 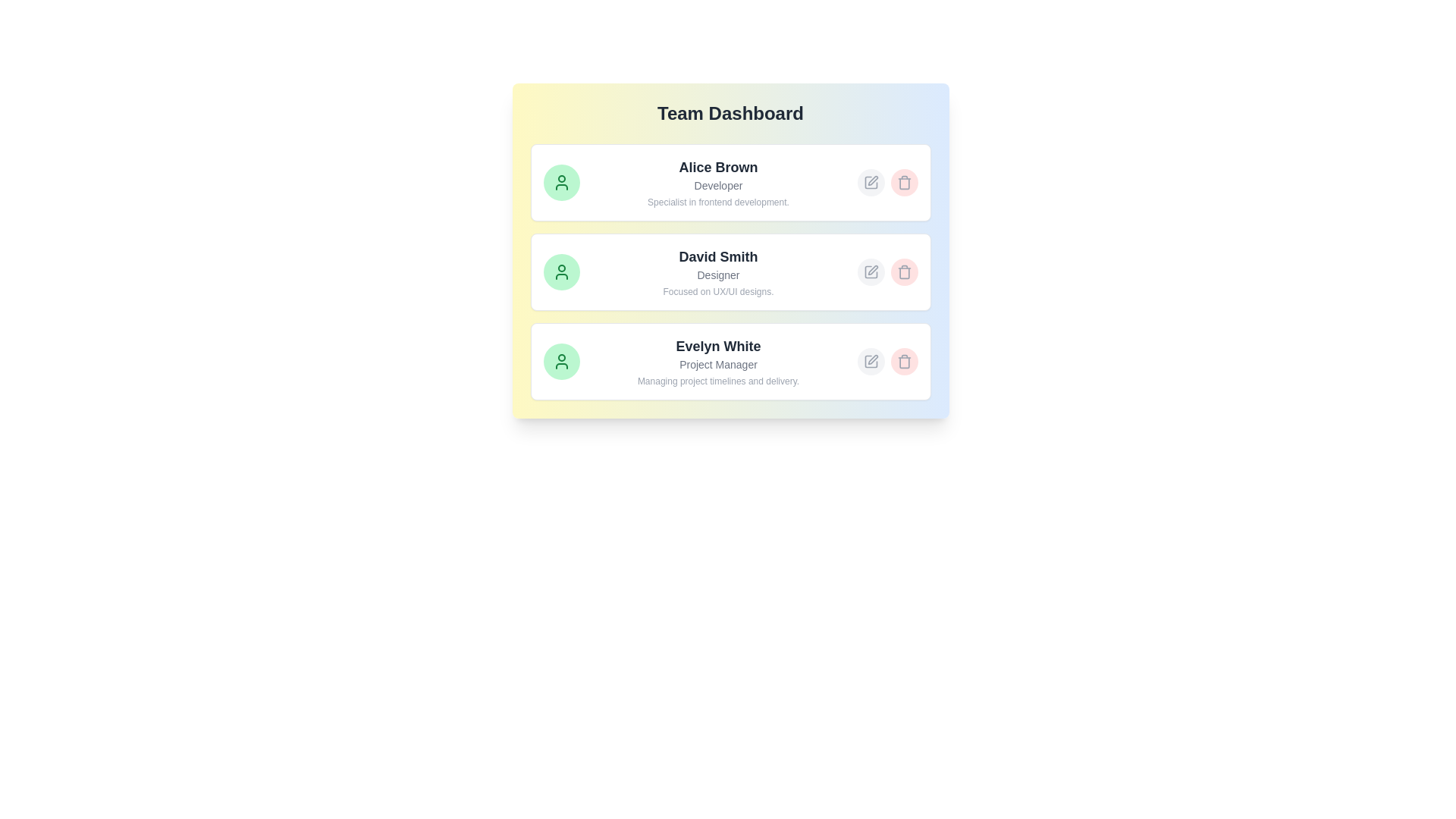 What do you see at coordinates (560, 181) in the screenshot?
I see `the profile icon representing Alice Brown, which is located to the left of her name on the first card in the team member list` at bounding box center [560, 181].